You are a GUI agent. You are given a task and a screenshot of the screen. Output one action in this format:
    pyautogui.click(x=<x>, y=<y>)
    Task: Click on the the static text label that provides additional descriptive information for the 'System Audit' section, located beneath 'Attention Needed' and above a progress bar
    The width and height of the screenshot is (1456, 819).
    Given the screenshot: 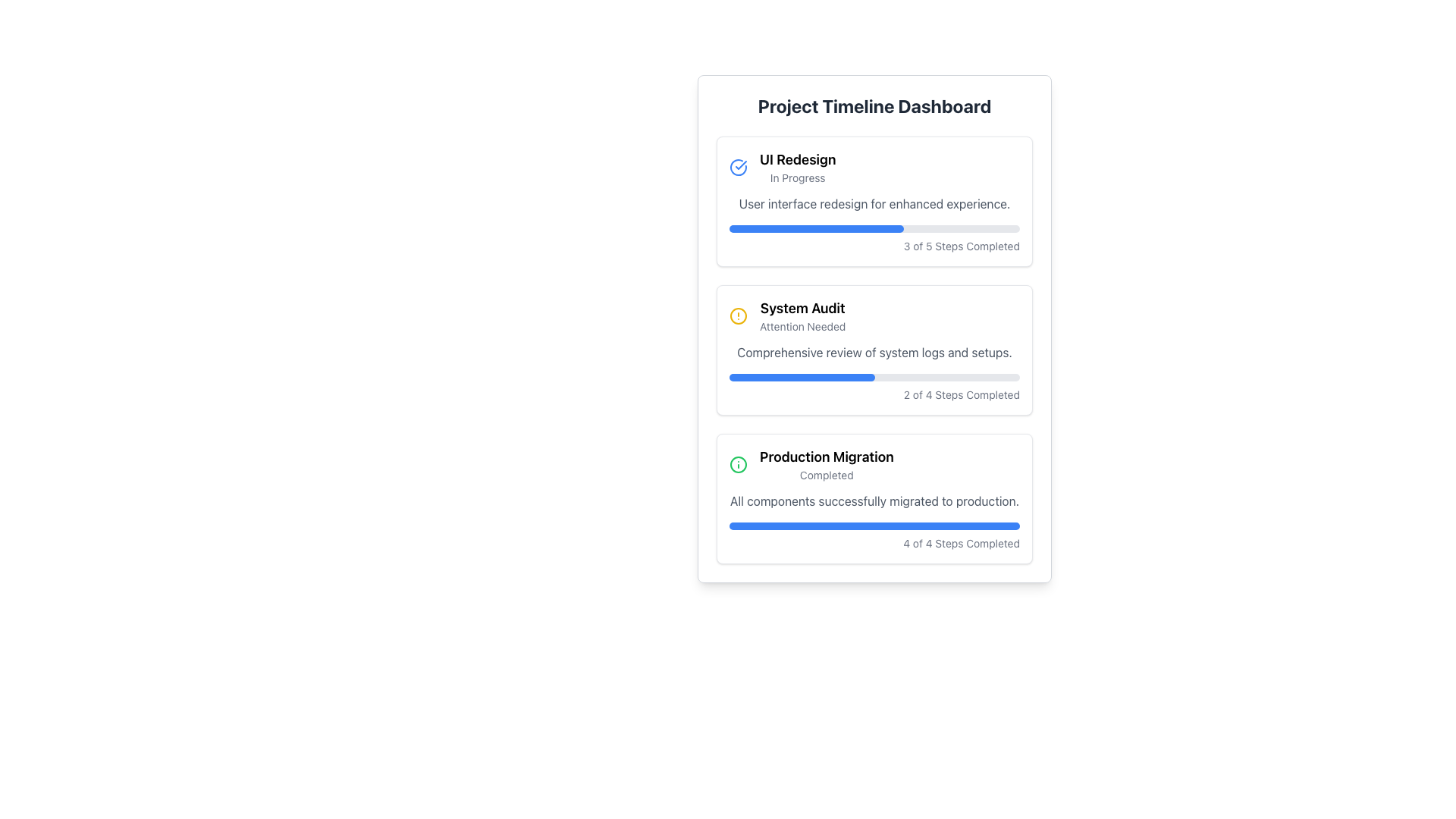 What is the action you would take?
    pyautogui.click(x=874, y=353)
    